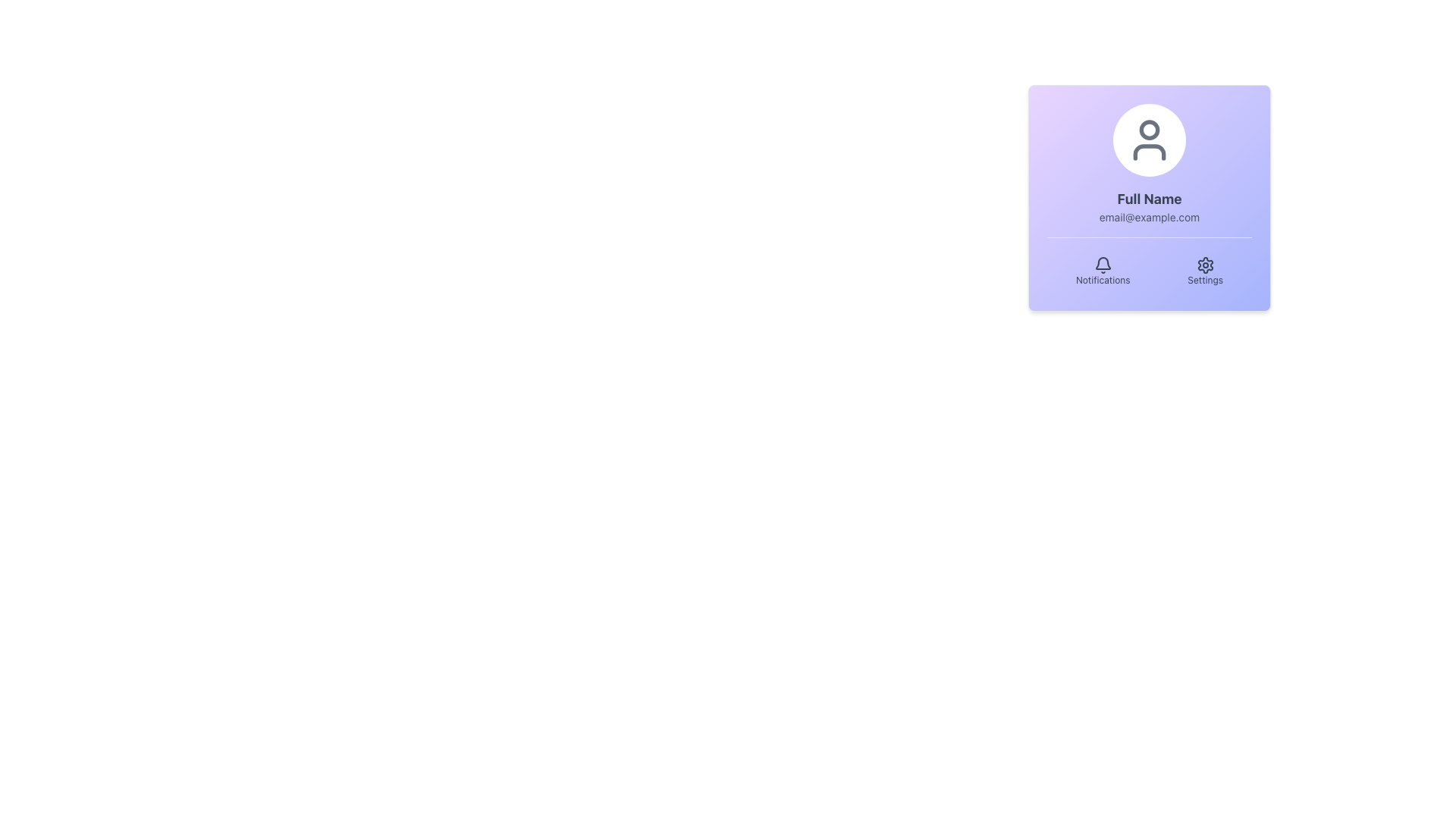 This screenshot has height=819, width=1456. Describe the element at coordinates (1150, 140) in the screenshot. I see `the Circular Icon located above the text 'Full Name' and 'email@example.com', which serves as a visual representation for a user's avatar or profile picture` at that location.